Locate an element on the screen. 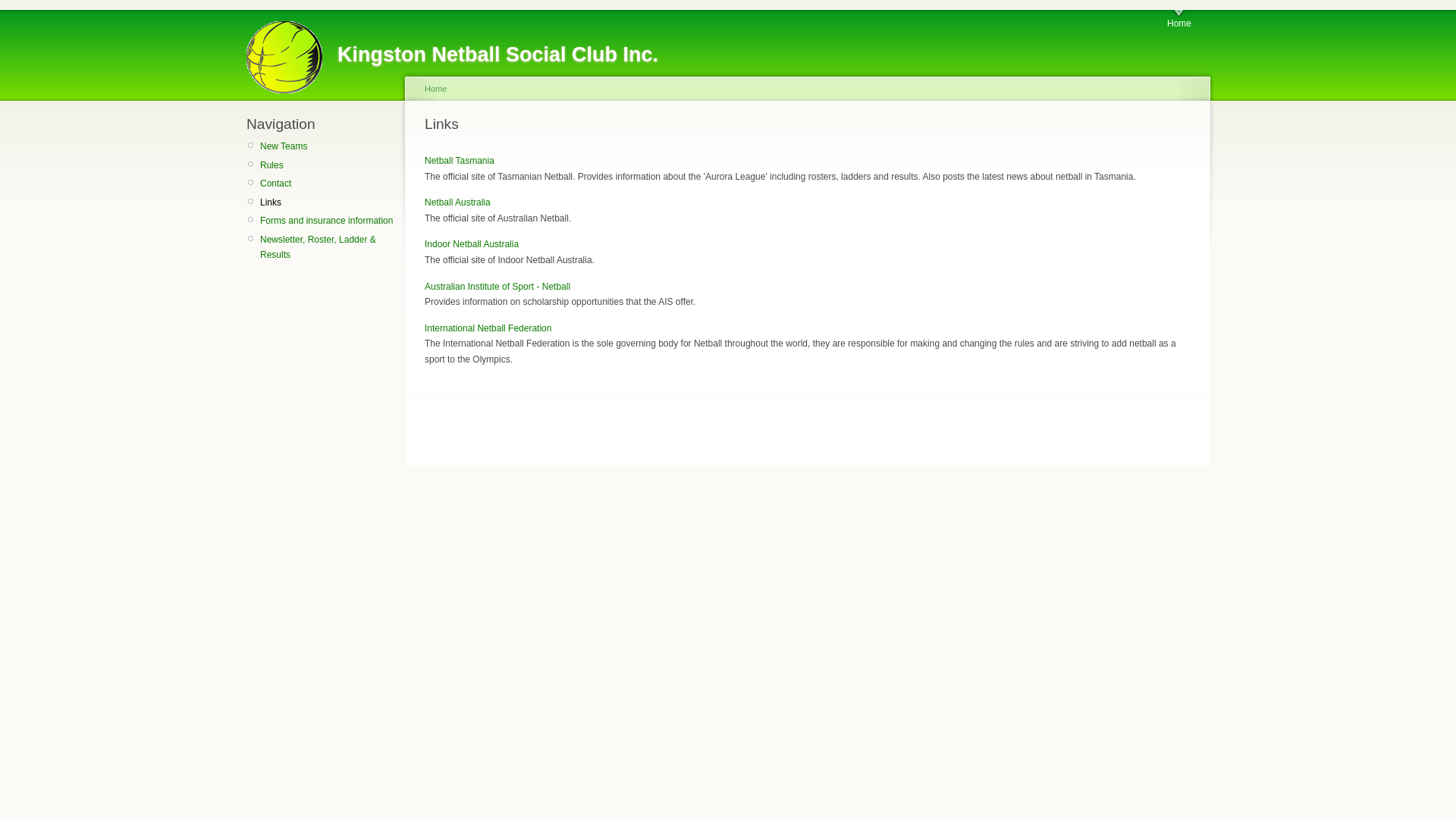 This screenshot has height=819, width=1456. 'Home' is located at coordinates (425, 88).